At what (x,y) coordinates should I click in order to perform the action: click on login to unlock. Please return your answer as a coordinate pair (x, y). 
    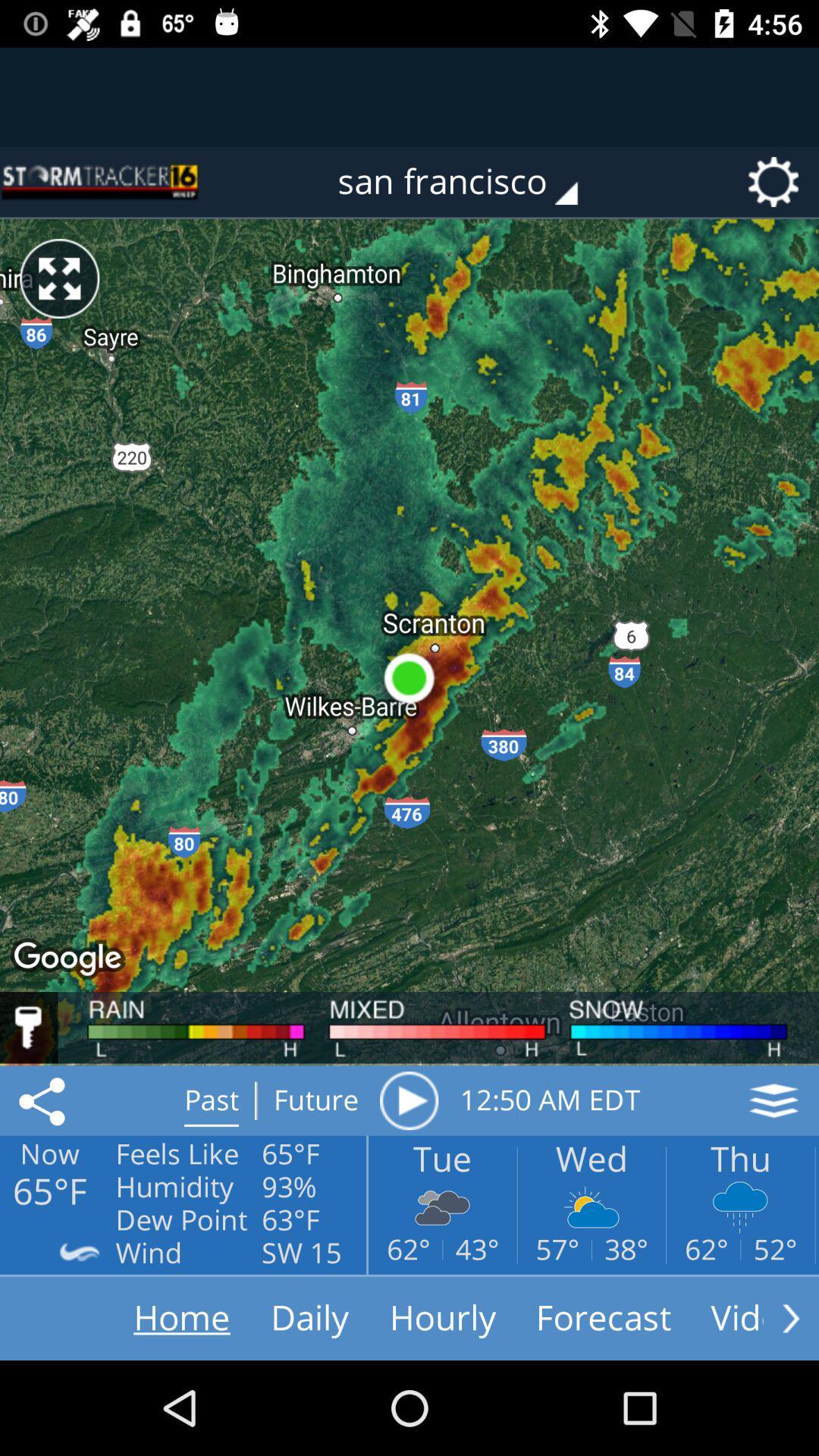
    Looking at the image, I should click on (29, 1028).